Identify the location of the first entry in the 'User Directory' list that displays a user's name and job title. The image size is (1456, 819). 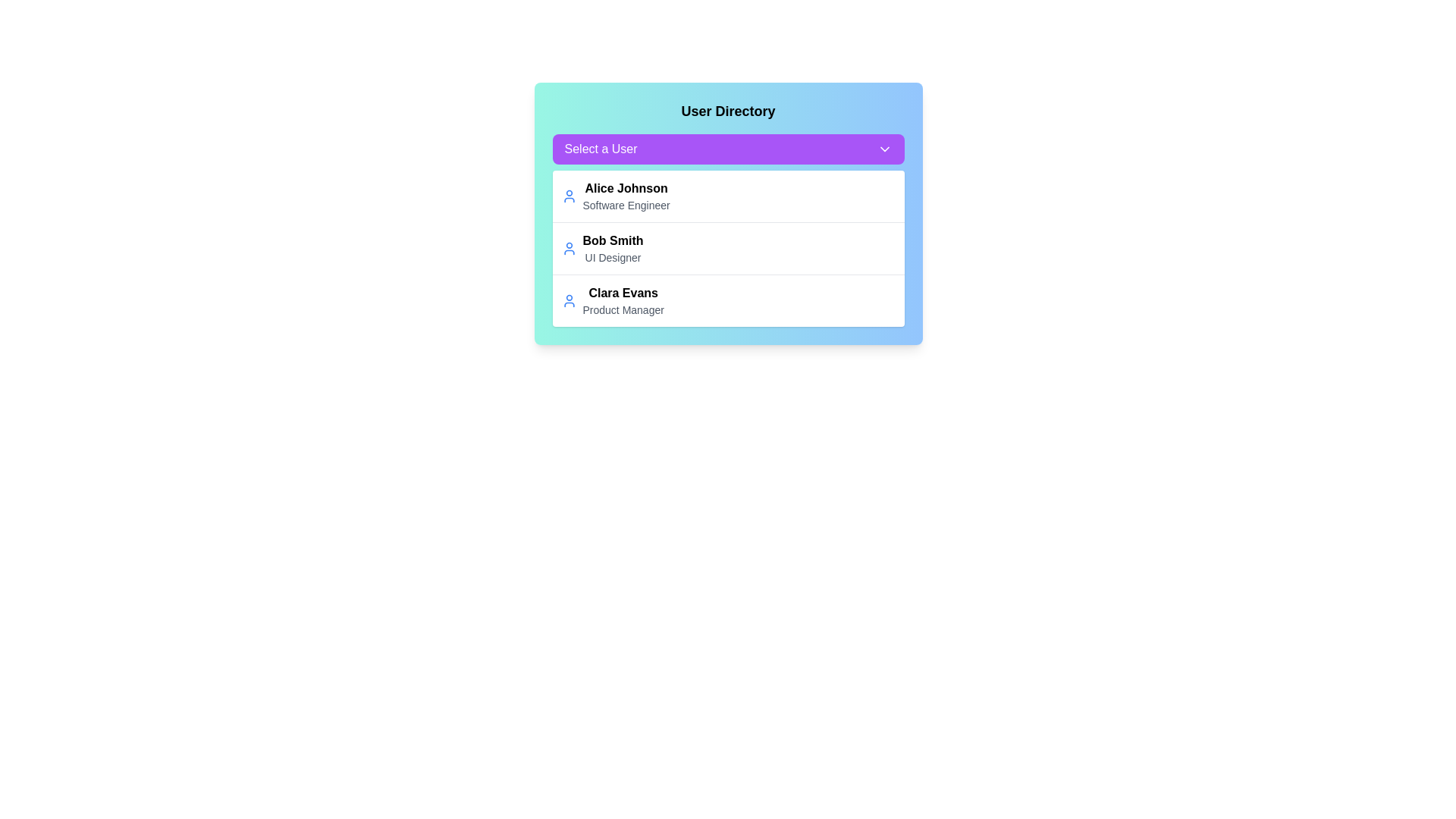
(728, 195).